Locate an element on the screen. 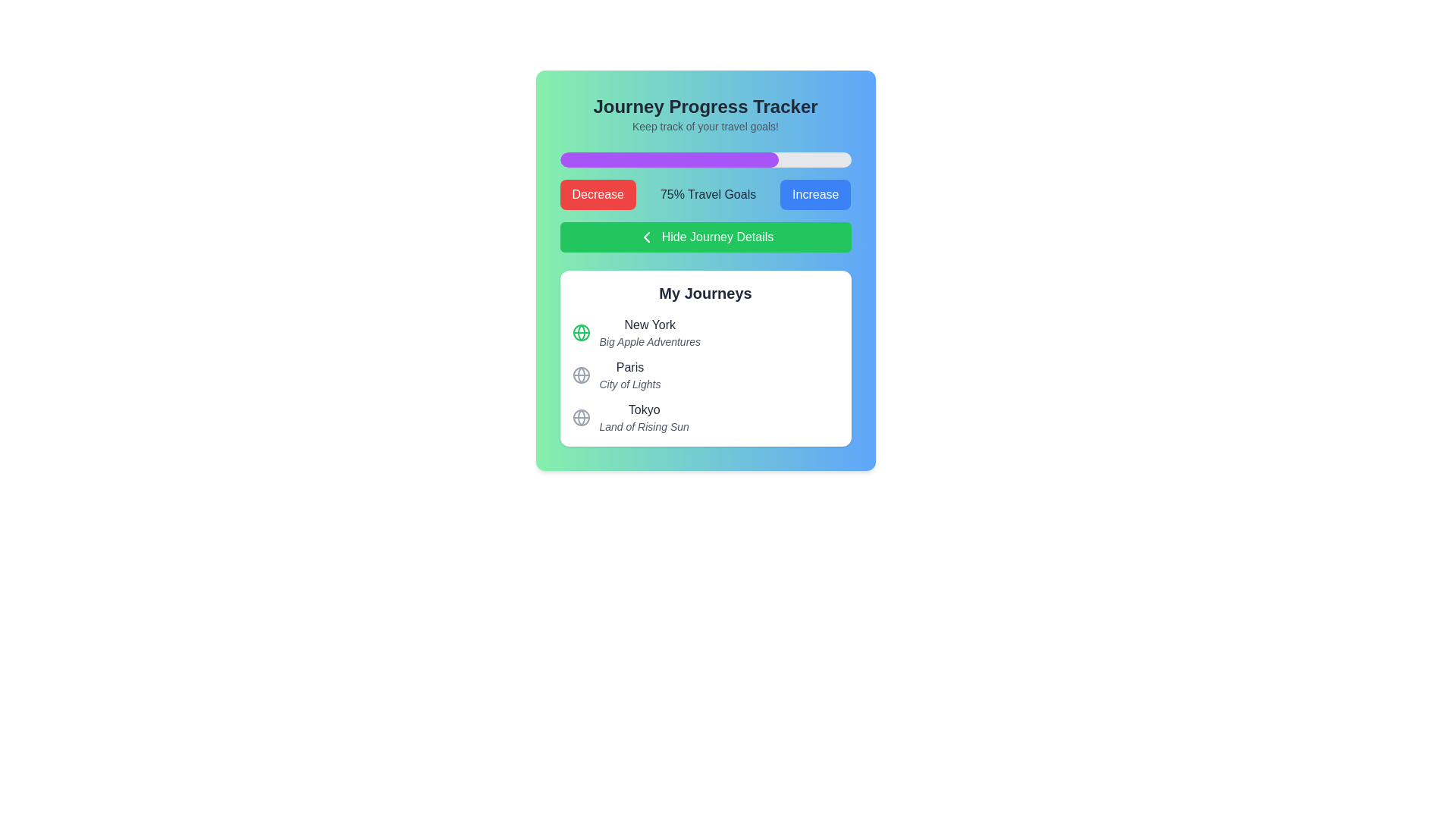 This screenshot has height=819, width=1456. the chevron icon located in the top bar area, which serves as a navigation control to return to a previous page or collapse a section is located at coordinates (646, 237).